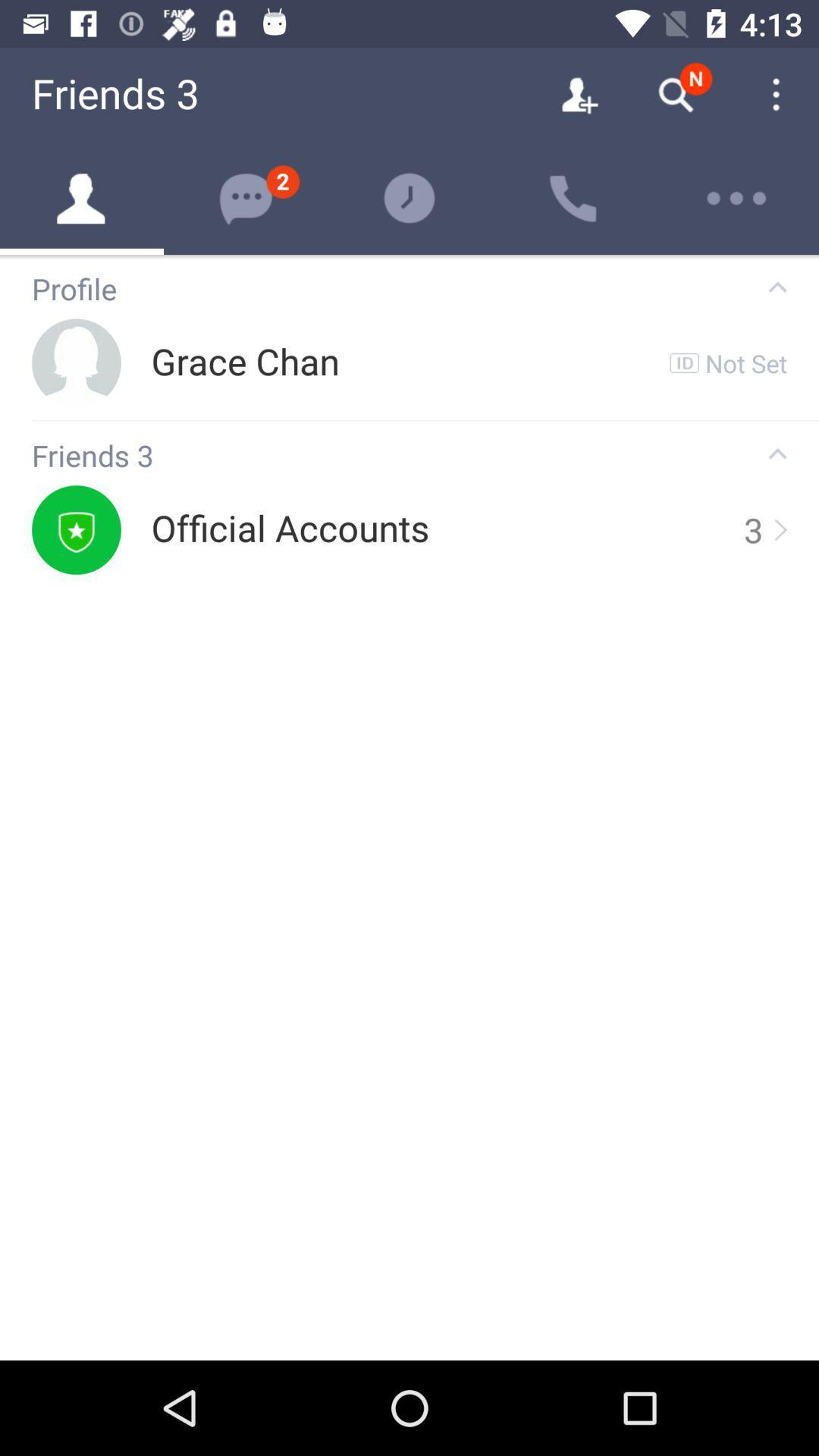  I want to click on the search bar icon along the letter n, so click(675, 94).